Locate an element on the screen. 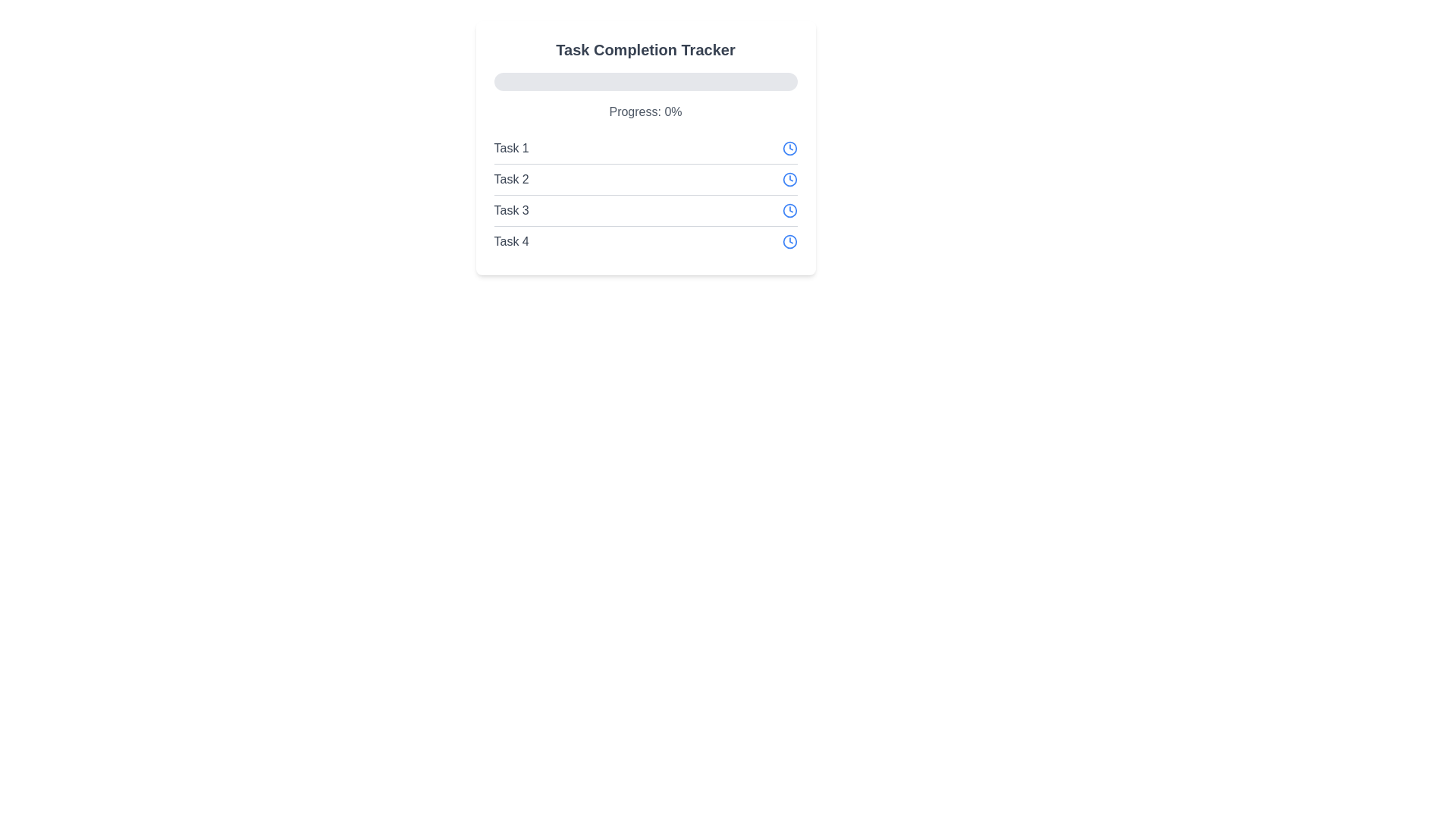 Image resolution: width=1456 pixels, height=819 pixels. the second list item in the 'Task Completion Tracker' is located at coordinates (645, 178).